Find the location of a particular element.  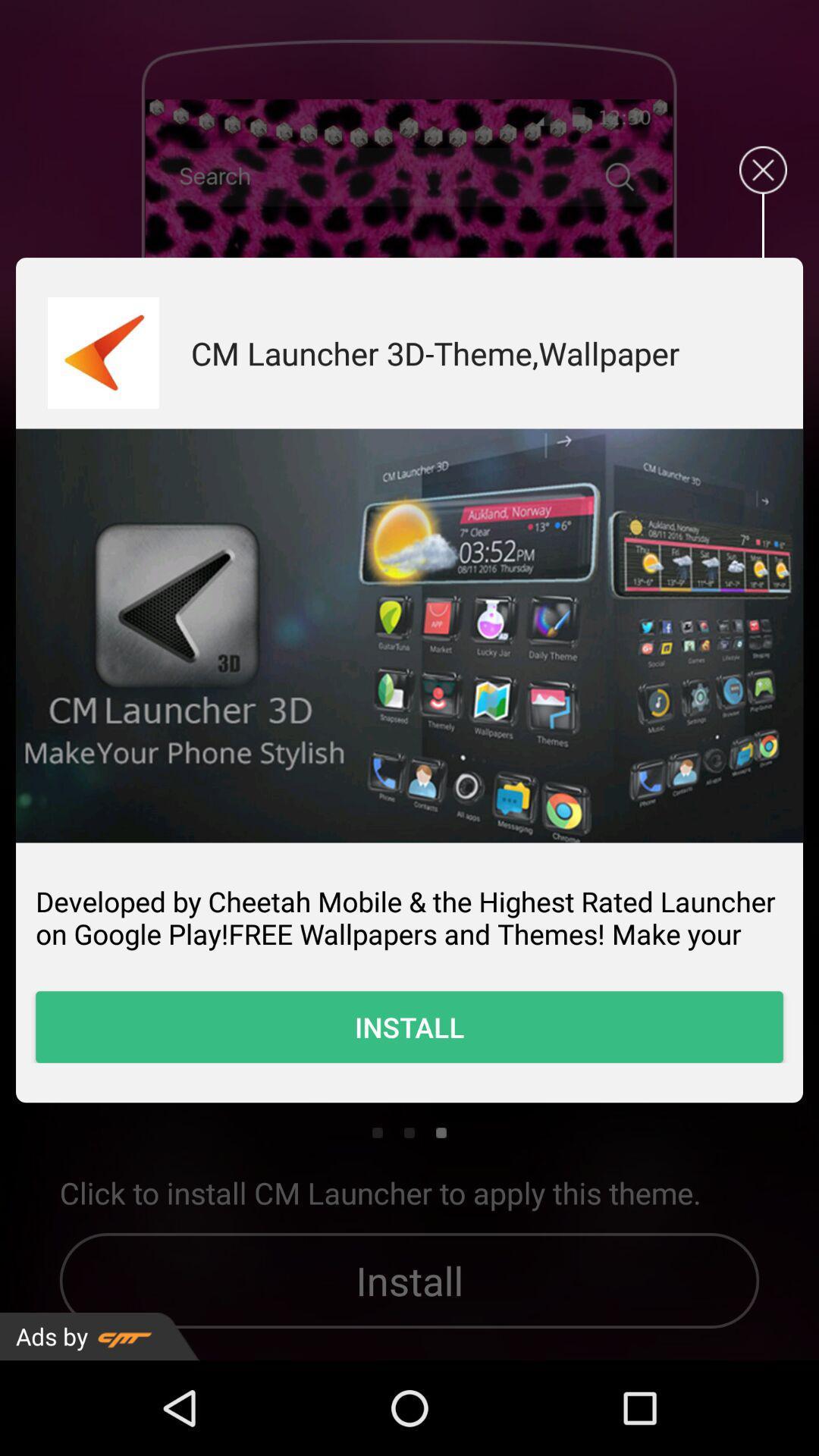

download it is located at coordinates (102, 352).